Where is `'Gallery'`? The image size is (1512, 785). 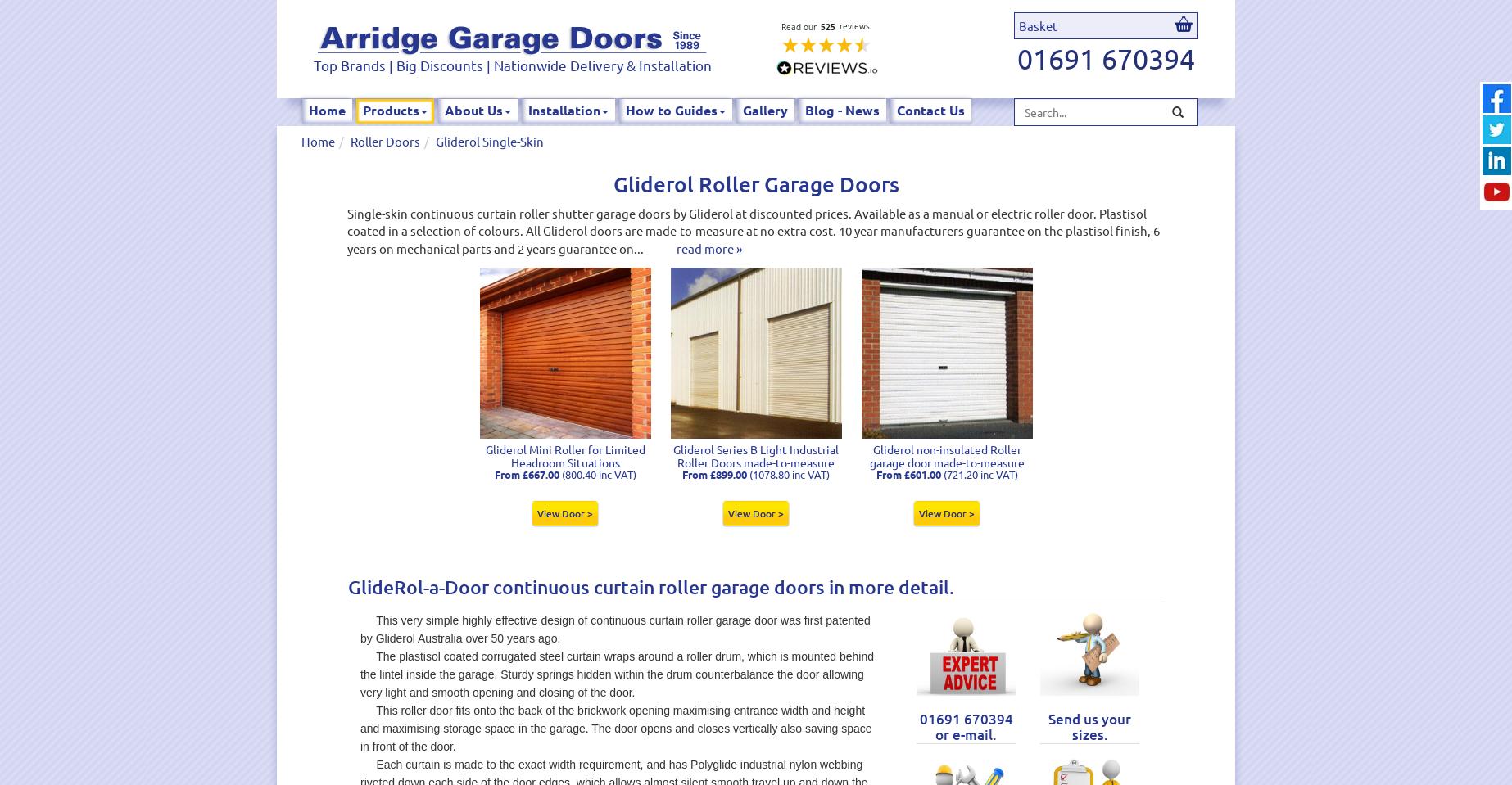 'Gallery' is located at coordinates (765, 110).